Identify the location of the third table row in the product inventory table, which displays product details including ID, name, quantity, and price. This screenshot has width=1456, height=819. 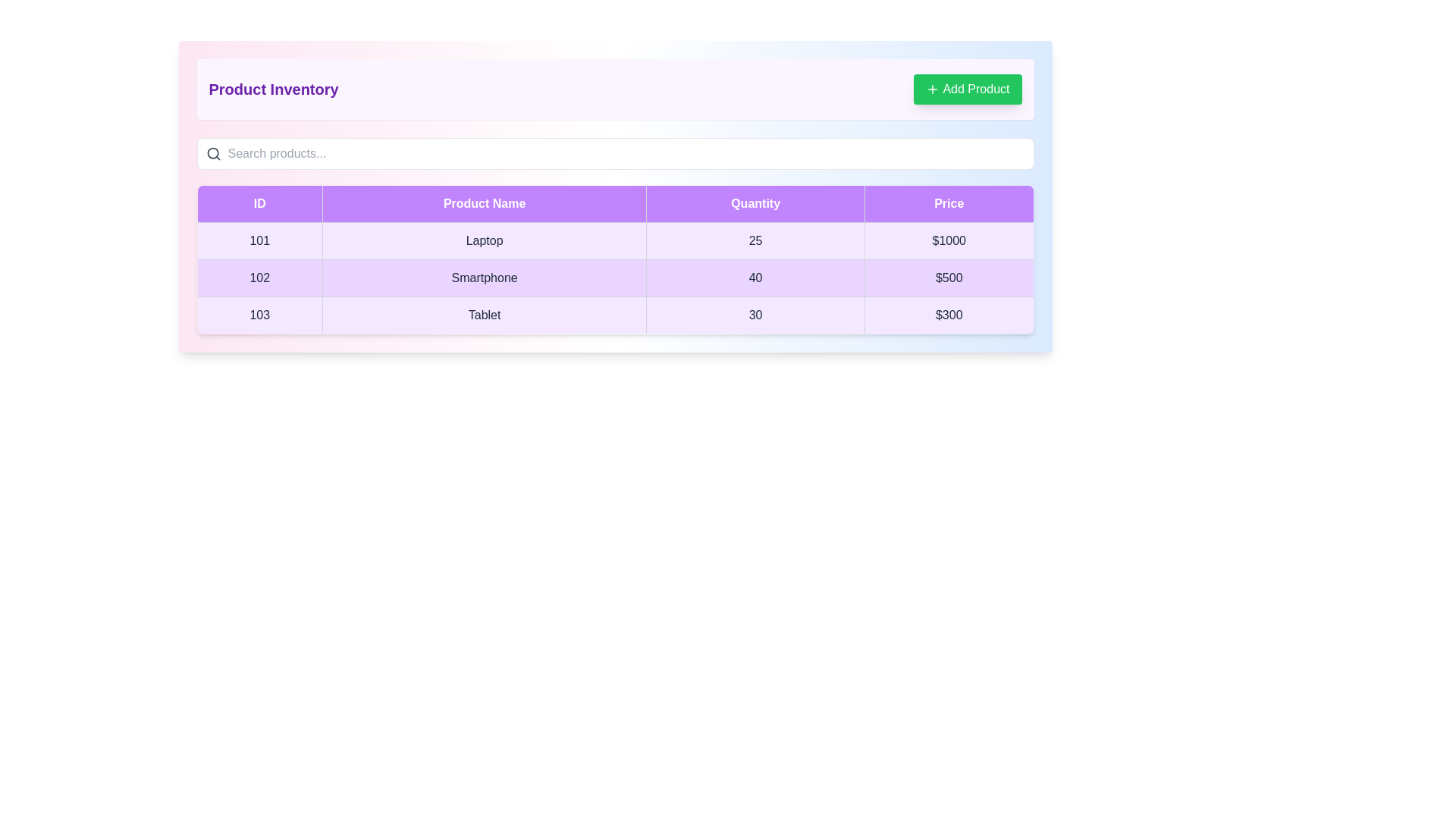
(615, 315).